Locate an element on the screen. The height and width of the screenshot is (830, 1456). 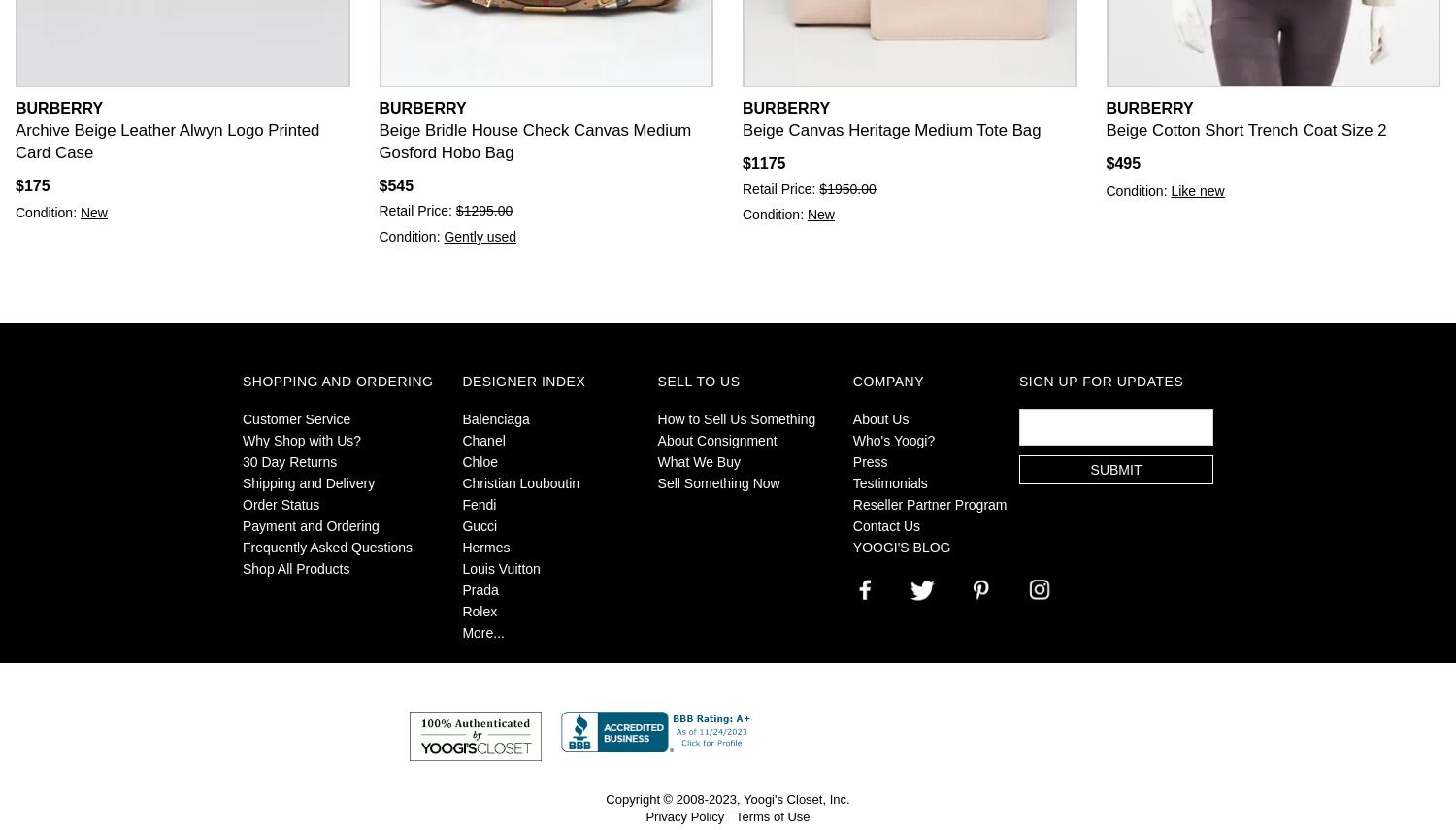
'Shipping and Delivery' is located at coordinates (308, 482).